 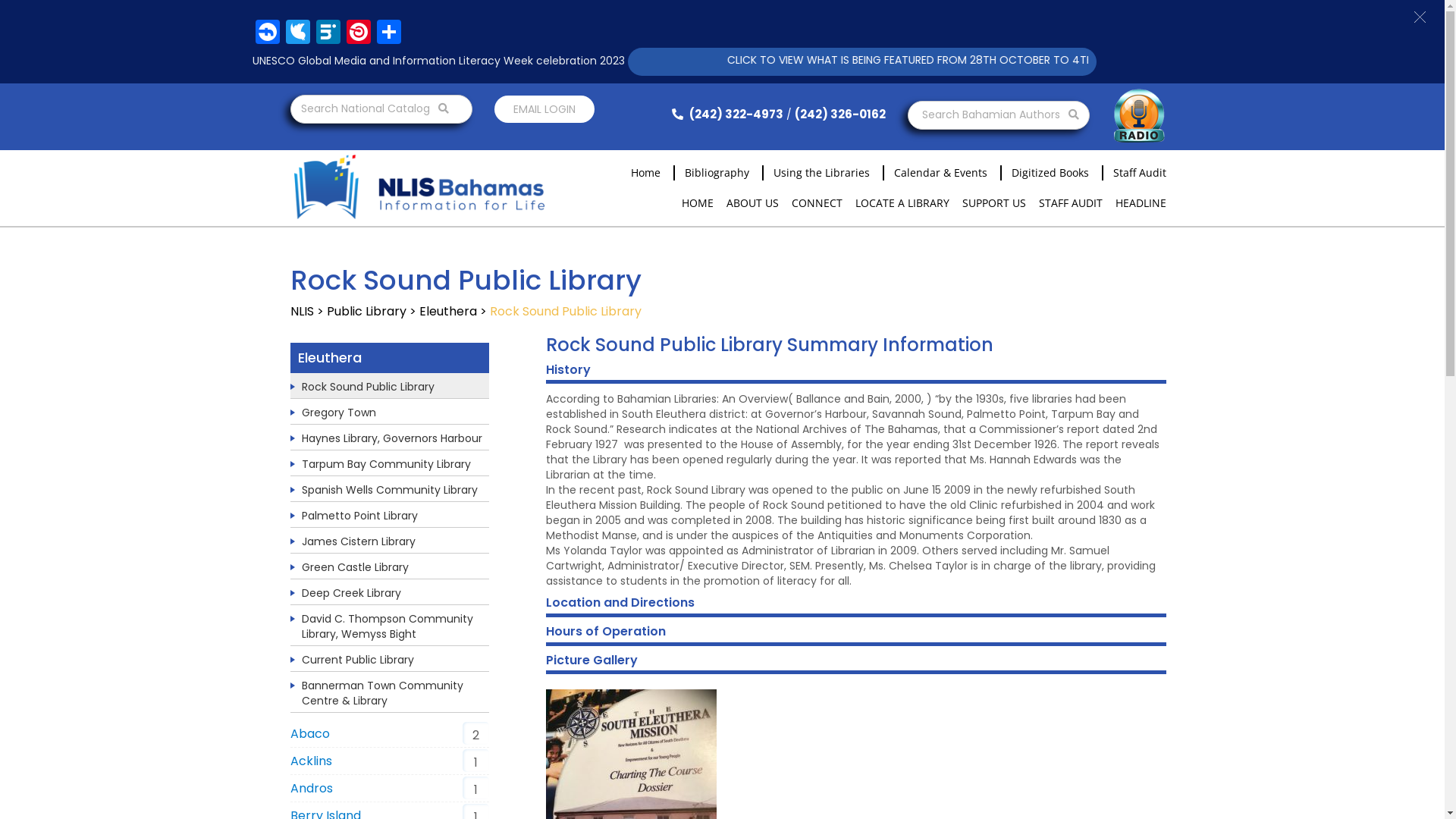 What do you see at coordinates (695, 202) in the screenshot?
I see `'HOME'` at bounding box center [695, 202].